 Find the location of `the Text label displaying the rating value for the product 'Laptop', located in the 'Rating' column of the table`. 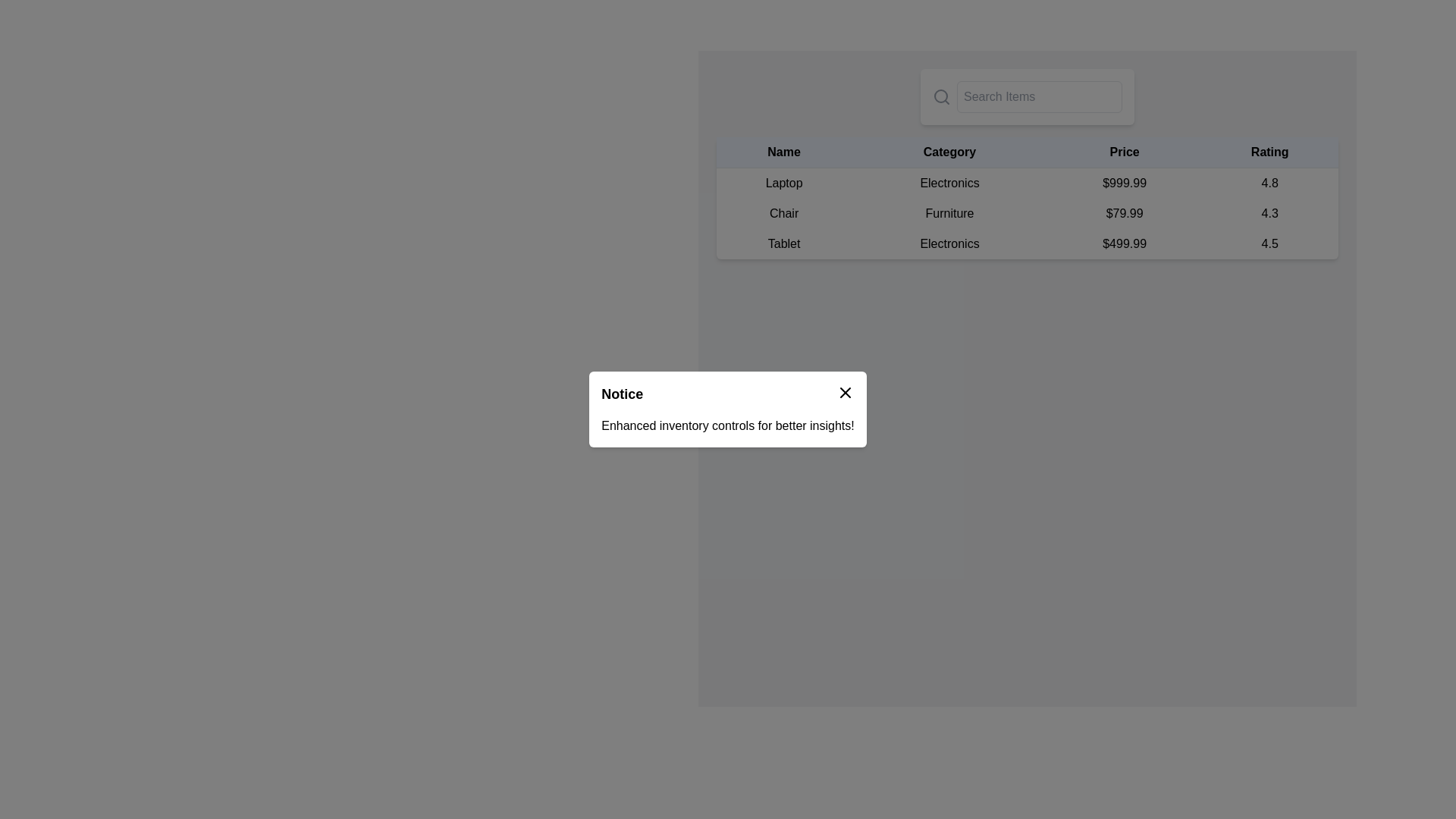

the Text label displaying the rating value for the product 'Laptop', located in the 'Rating' column of the table is located at coordinates (1269, 182).